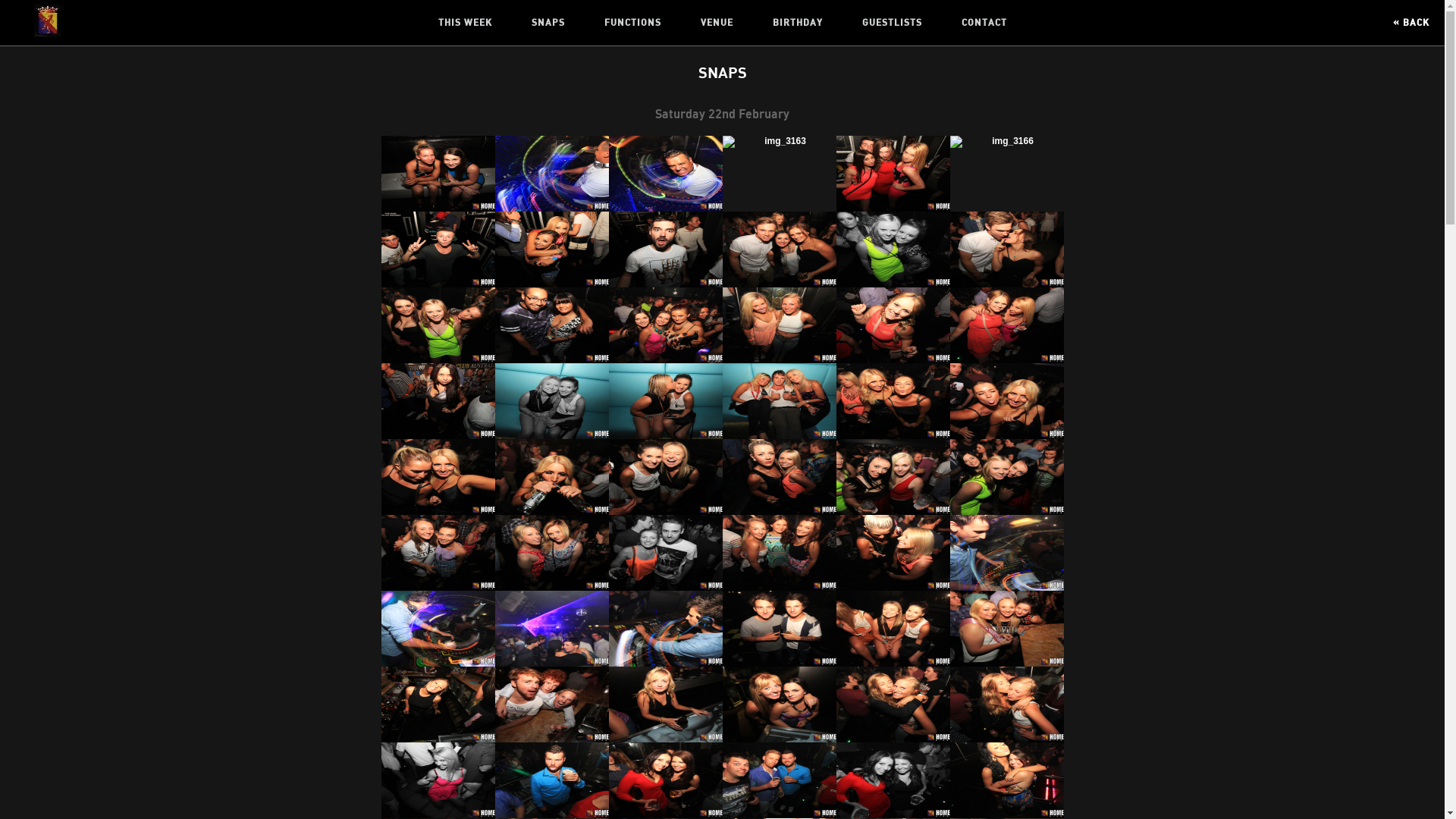  Describe the element at coordinates (436, 553) in the screenshot. I see `' '` at that location.